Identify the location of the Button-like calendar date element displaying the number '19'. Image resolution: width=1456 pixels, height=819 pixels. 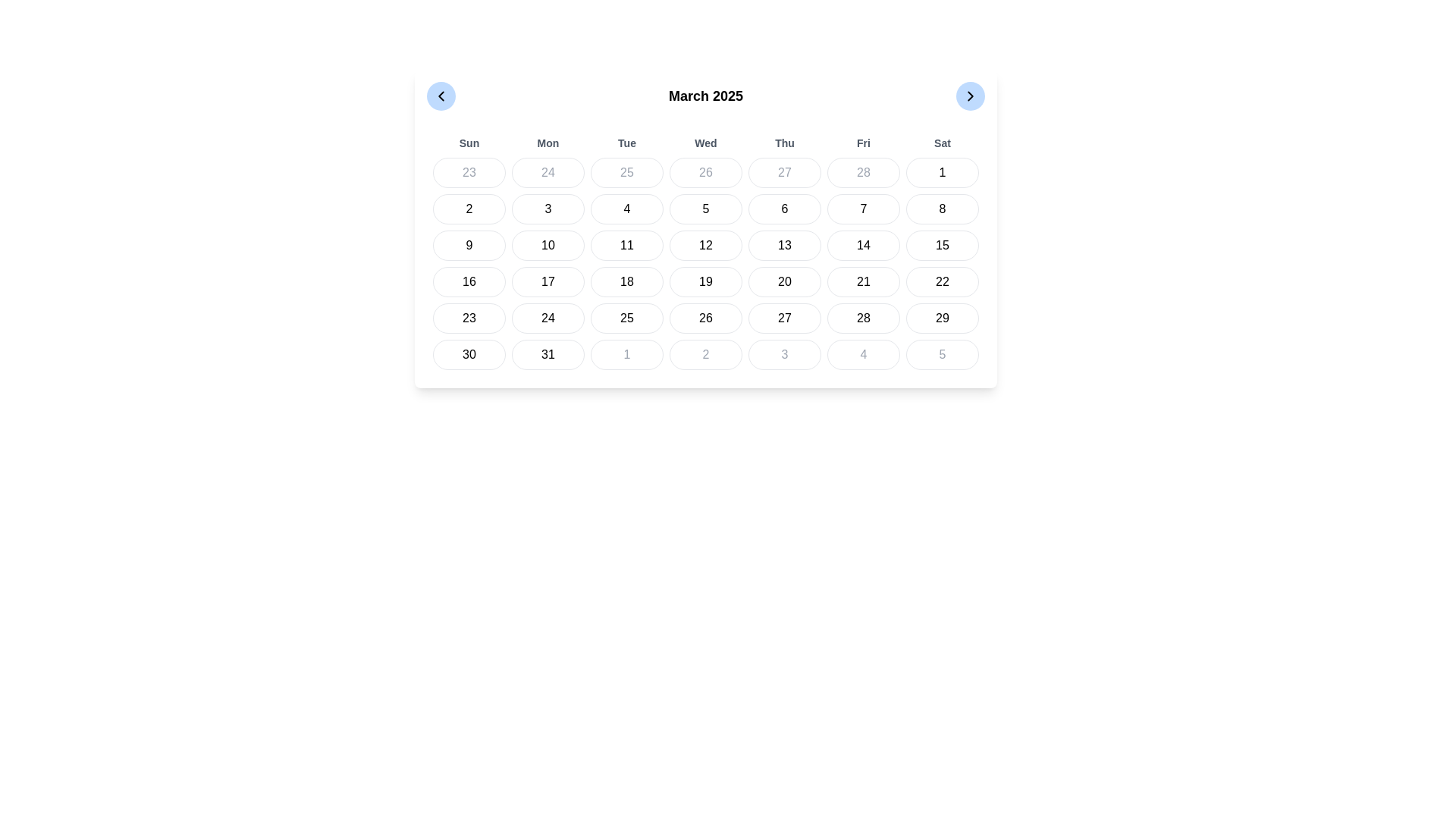
(705, 281).